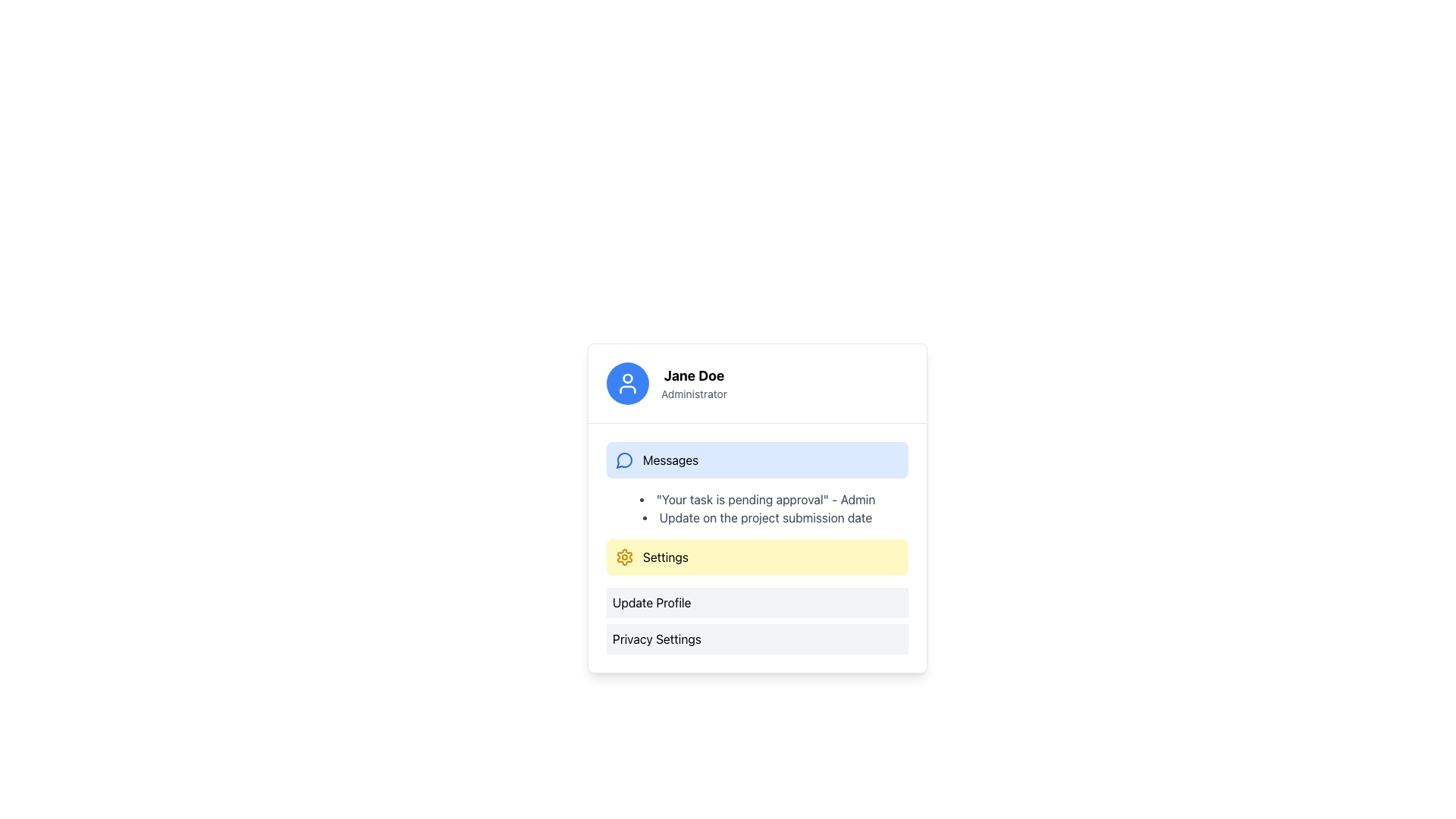 The image size is (1456, 819). Describe the element at coordinates (625, 557) in the screenshot. I see `the gear-shaped icon located in the Settings section` at that location.